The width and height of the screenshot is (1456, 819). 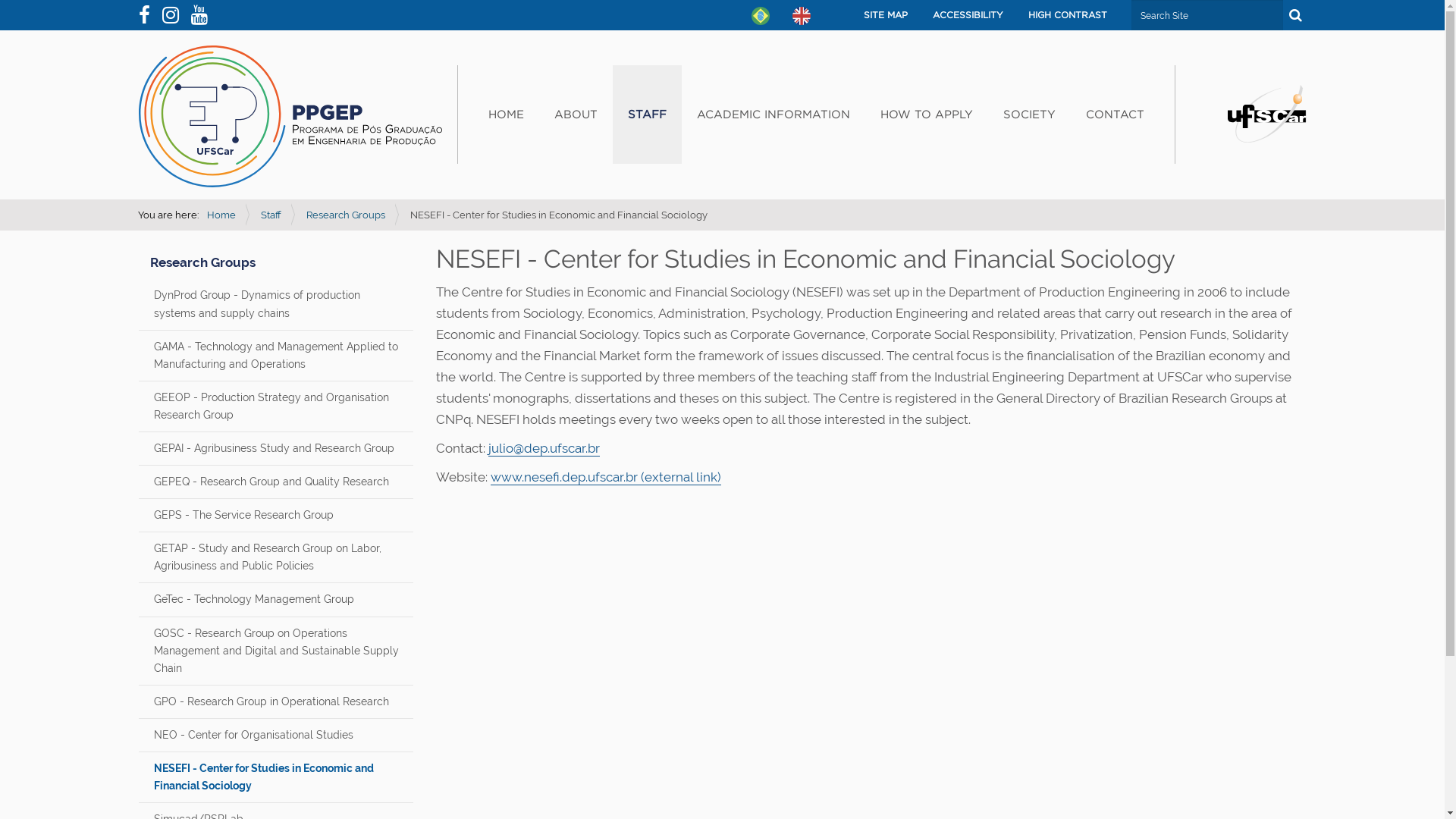 What do you see at coordinates (1207, 14) in the screenshot?
I see `'Search Site'` at bounding box center [1207, 14].